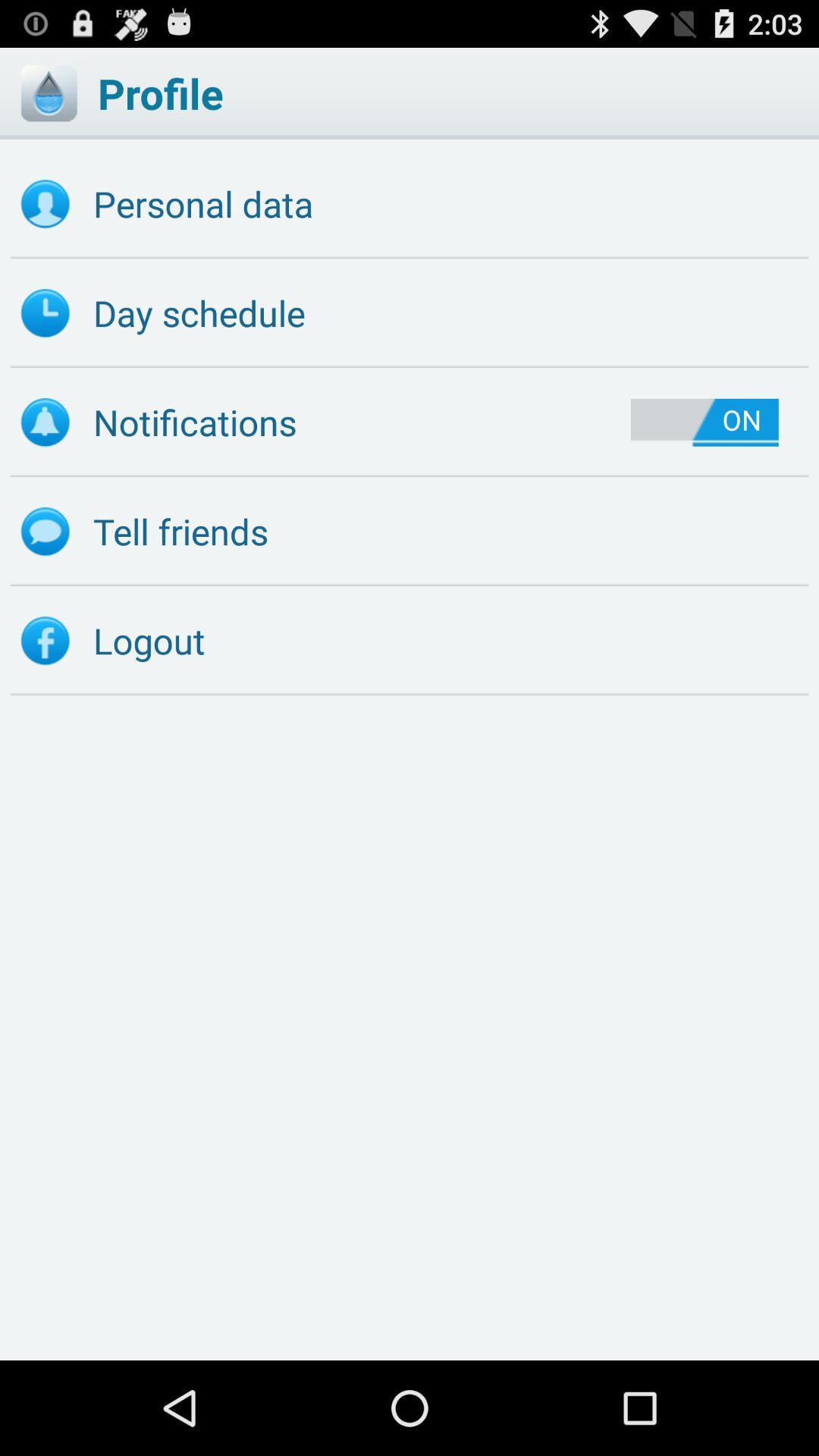 The width and height of the screenshot is (819, 1456). I want to click on day schedule item, so click(409, 312).